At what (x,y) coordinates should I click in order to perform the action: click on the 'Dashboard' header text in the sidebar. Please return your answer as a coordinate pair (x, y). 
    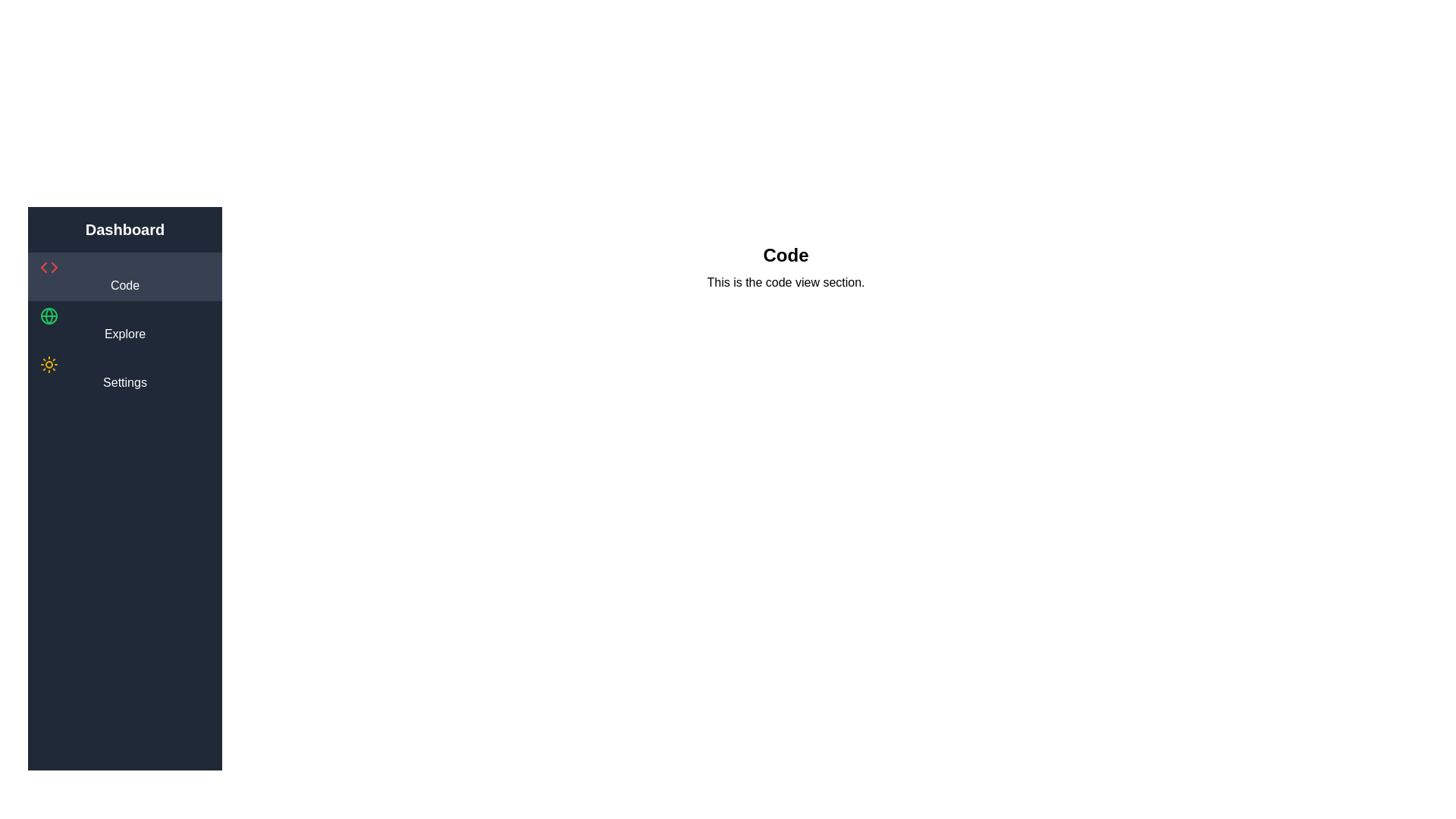
    Looking at the image, I should click on (124, 230).